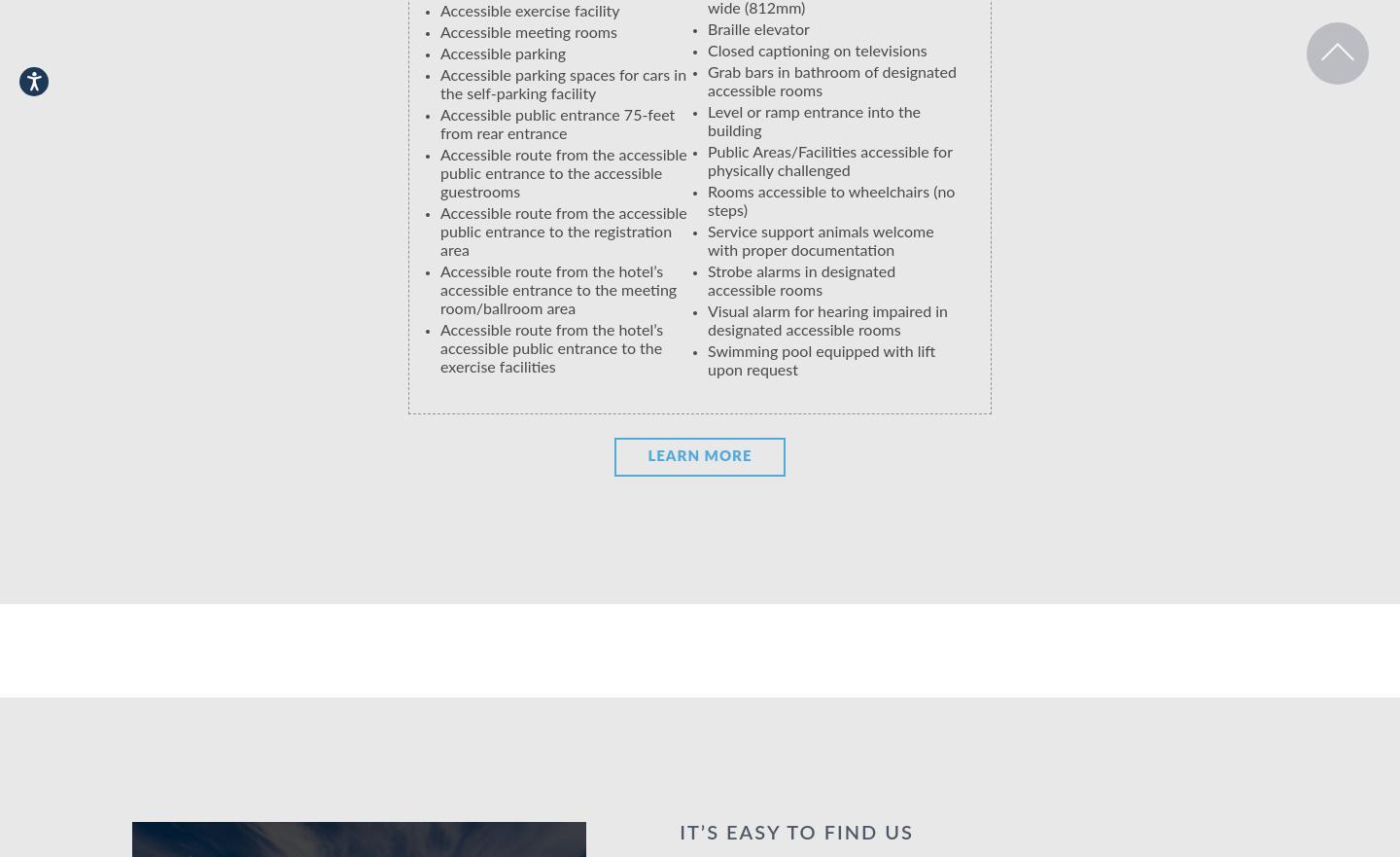 This screenshot has width=1400, height=857. Describe the element at coordinates (707, 321) in the screenshot. I see `'Visual alarm for hearing impaired in designated accessible rooms'` at that location.